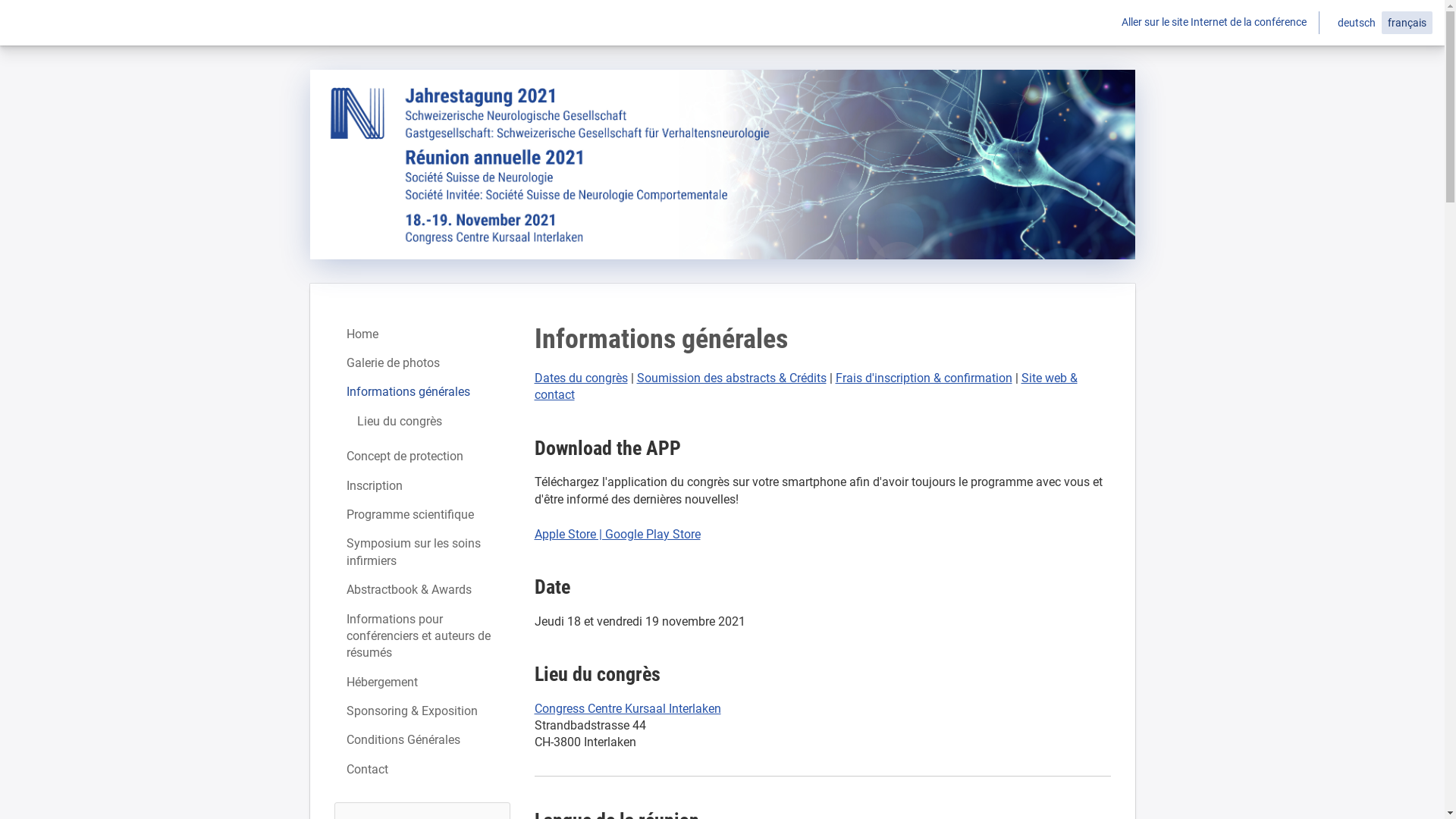 The width and height of the screenshot is (1456, 819). Describe the element at coordinates (1357, 23) in the screenshot. I see `'deutsch'` at that location.